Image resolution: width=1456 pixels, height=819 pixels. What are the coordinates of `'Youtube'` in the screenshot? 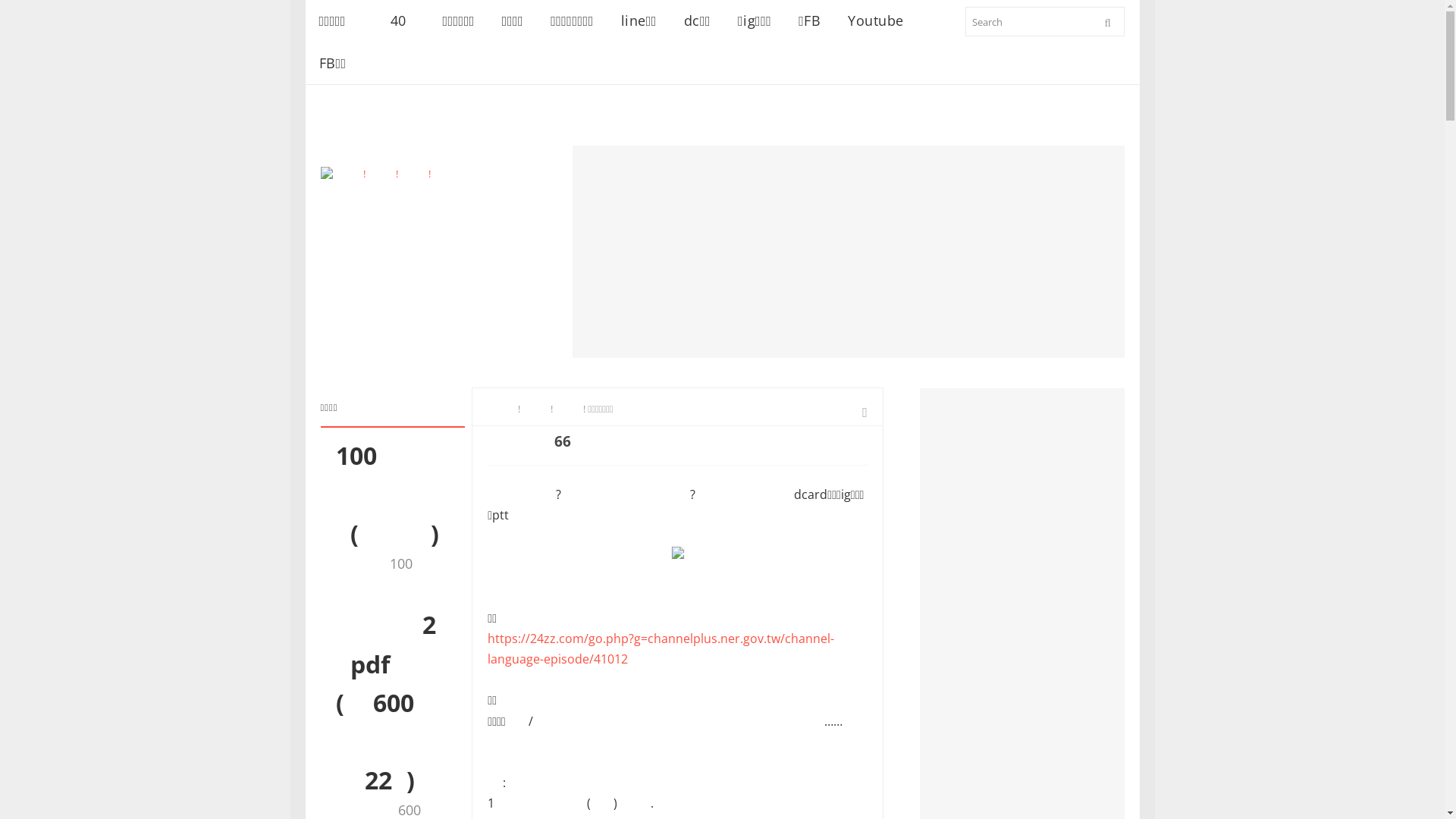 It's located at (876, 20).